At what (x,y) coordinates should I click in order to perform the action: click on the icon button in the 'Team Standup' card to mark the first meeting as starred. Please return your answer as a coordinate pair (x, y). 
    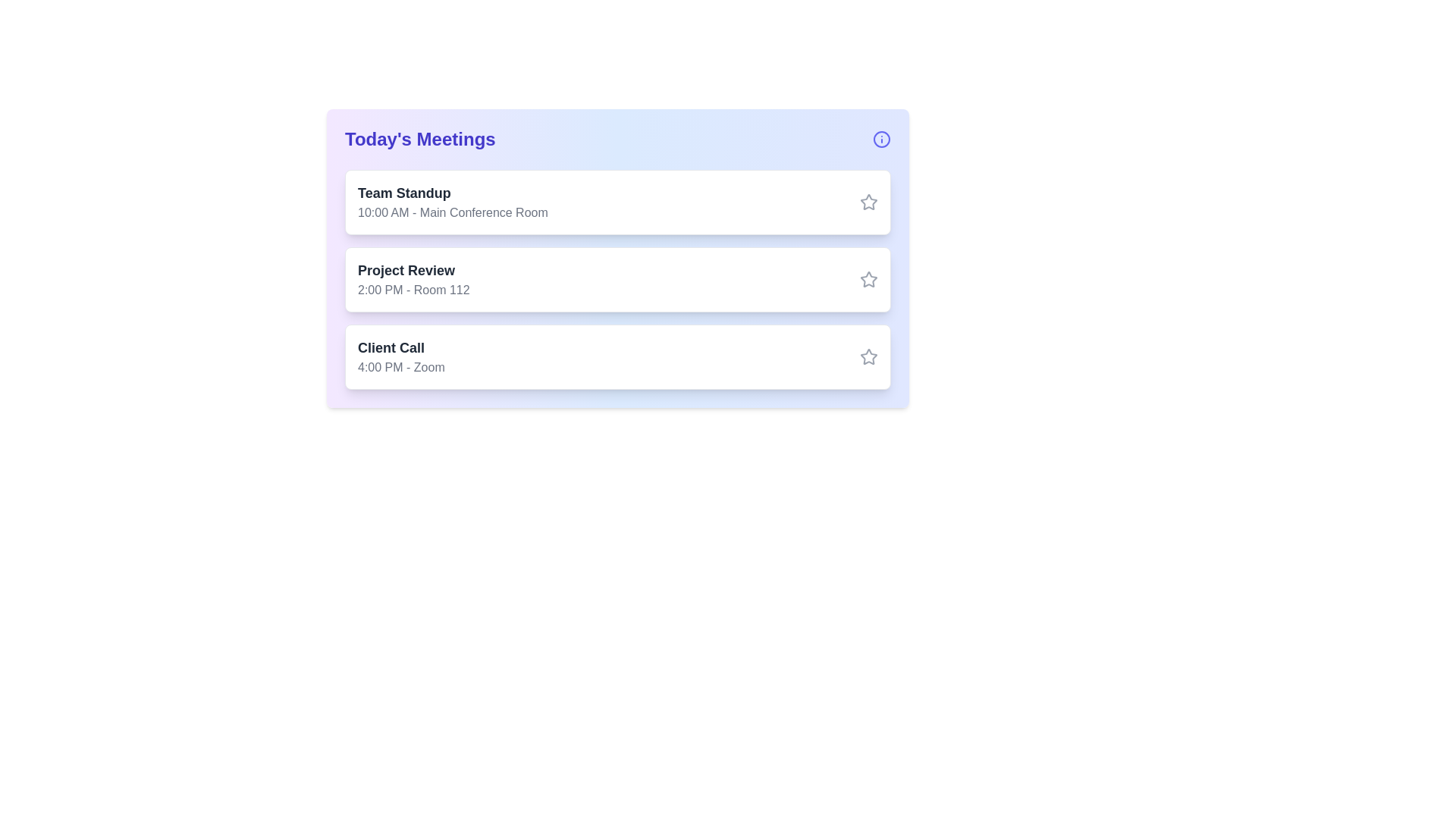
    Looking at the image, I should click on (869, 201).